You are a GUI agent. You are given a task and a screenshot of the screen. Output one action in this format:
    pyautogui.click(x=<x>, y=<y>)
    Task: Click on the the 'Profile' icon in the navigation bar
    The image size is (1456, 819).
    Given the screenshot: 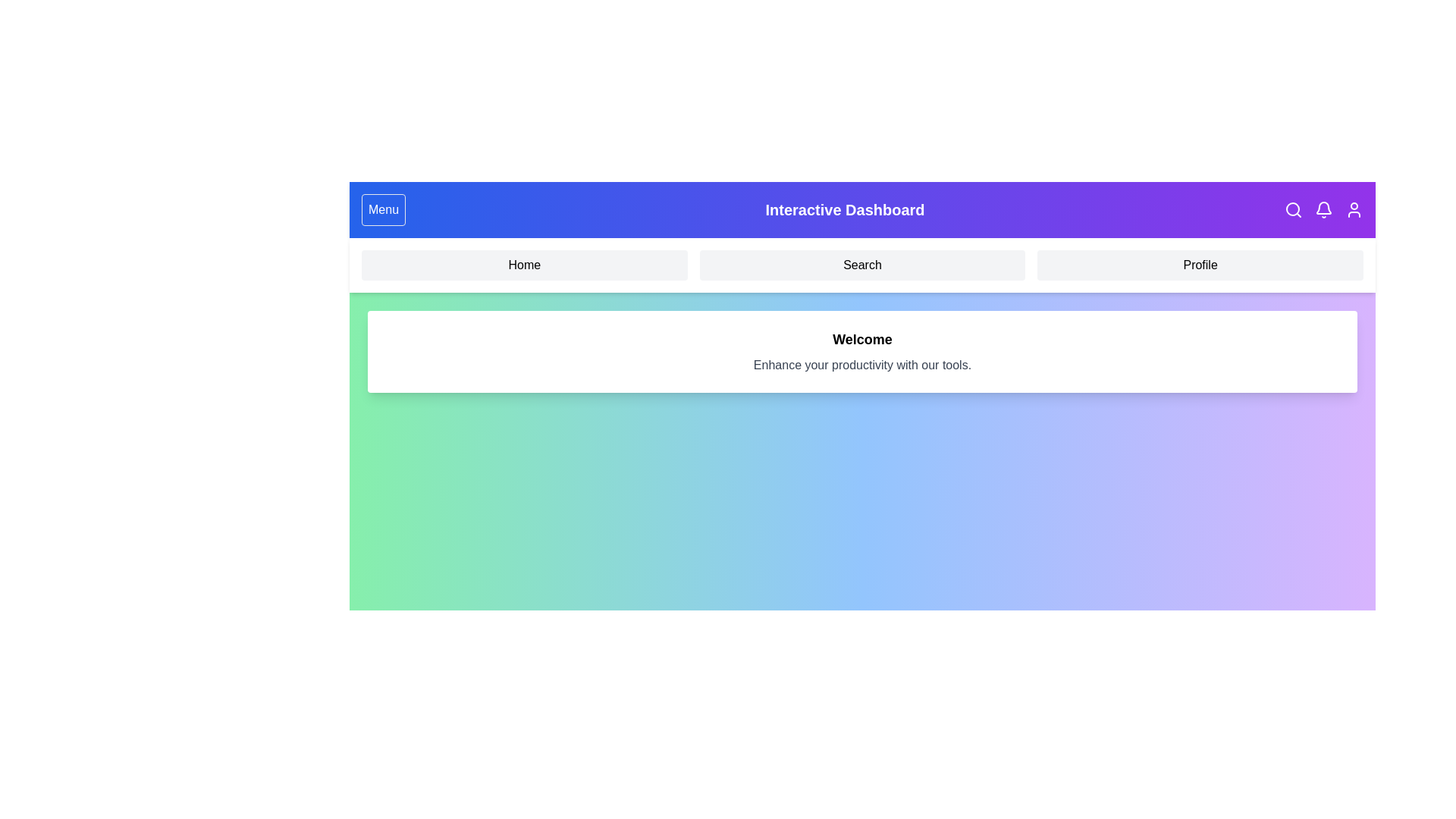 What is the action you would take?
    pyautogui.click(x=1354, y=210)
    